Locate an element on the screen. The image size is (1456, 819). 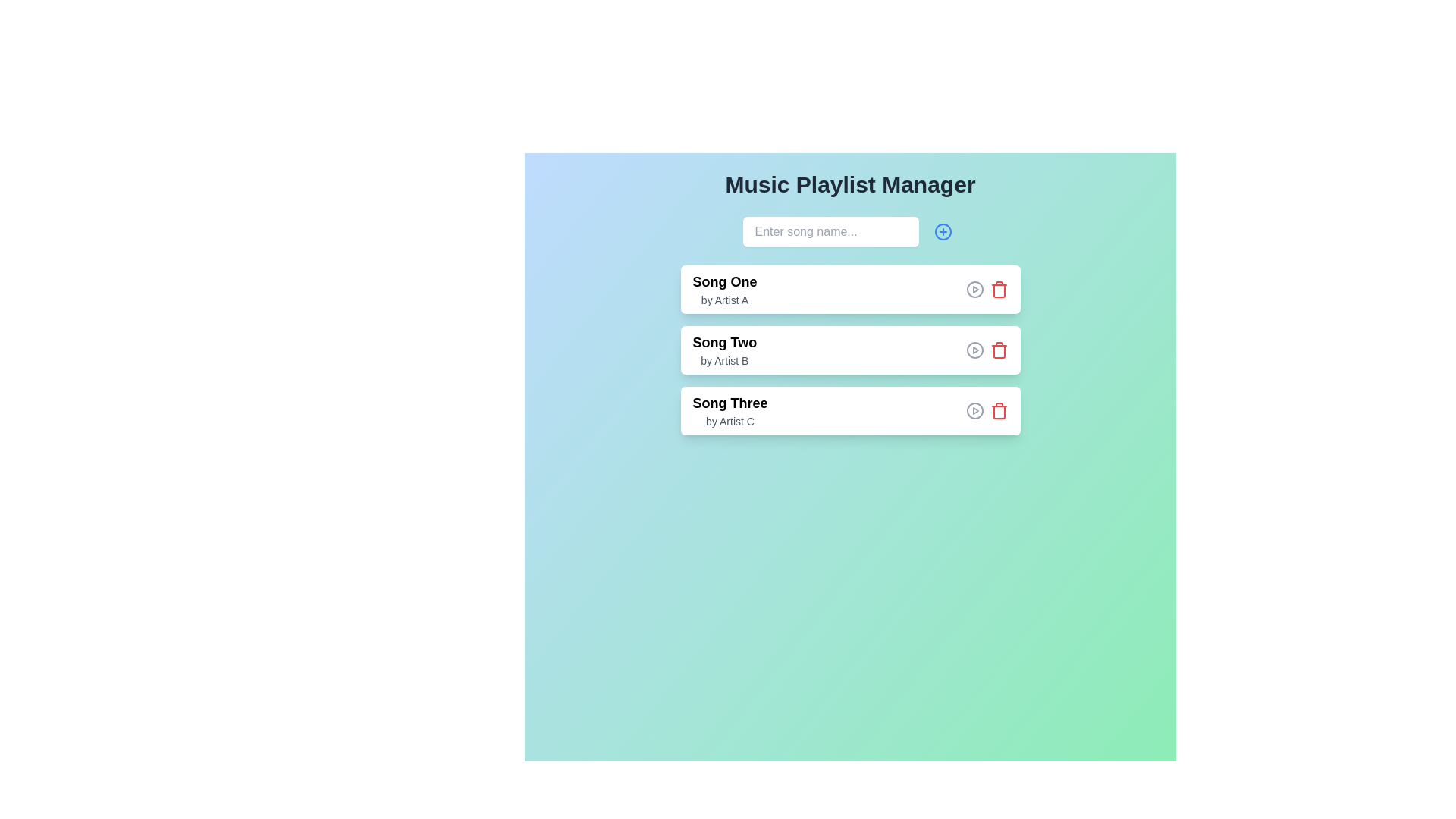
the play button located in the right part of the third row of elements in the playlist, adjacent to the delete icon is located at coordinates (974, 411).